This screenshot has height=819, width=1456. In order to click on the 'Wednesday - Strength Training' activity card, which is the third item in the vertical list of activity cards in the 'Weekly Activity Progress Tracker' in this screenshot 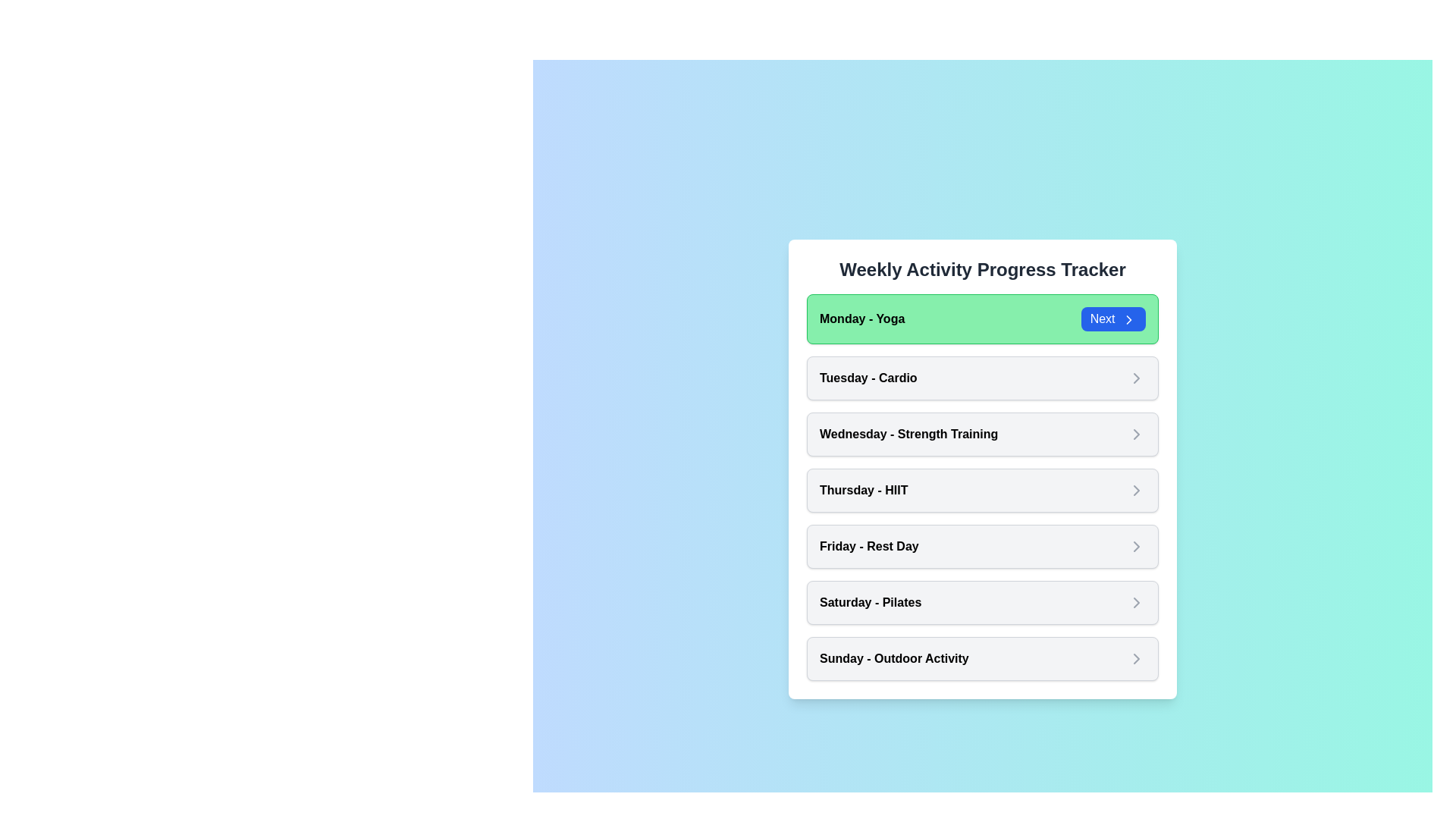, I will do `click(983, 435)`.